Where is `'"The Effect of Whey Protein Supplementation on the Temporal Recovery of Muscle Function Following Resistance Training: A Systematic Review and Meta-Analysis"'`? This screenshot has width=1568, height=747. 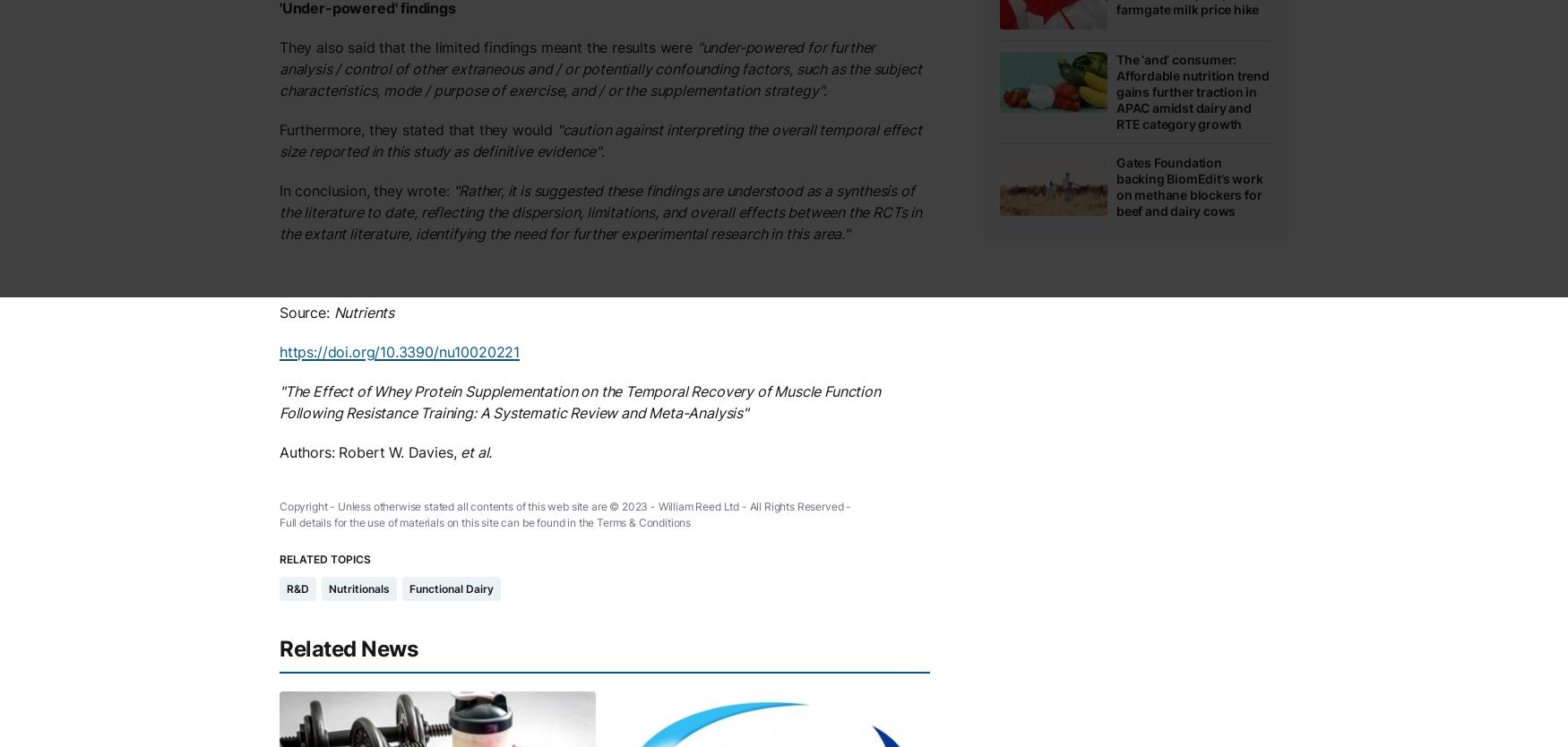
'"The Effect of Whey Protein Supplementation on the Temporal Recovery of Muscle Function Following Resistance Training: A Systematic Review and Meta-Analysis"' is located at coordinates (578, 402).